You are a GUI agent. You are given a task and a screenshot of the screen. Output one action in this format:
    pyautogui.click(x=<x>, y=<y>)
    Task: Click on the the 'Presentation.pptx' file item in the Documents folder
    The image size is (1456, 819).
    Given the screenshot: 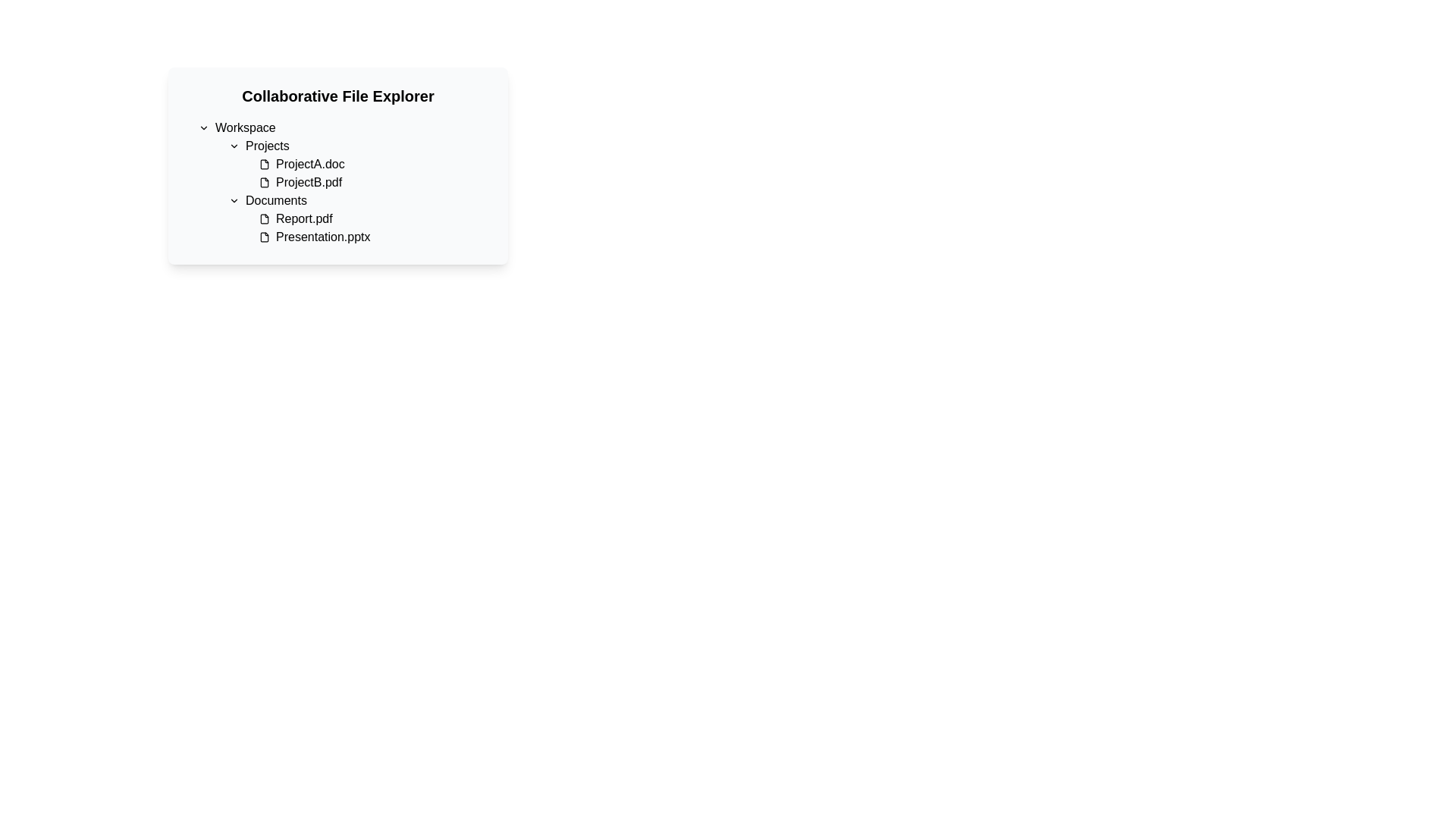 What is the action you would take?
    pyautogui.click(x=375, y=237)
    